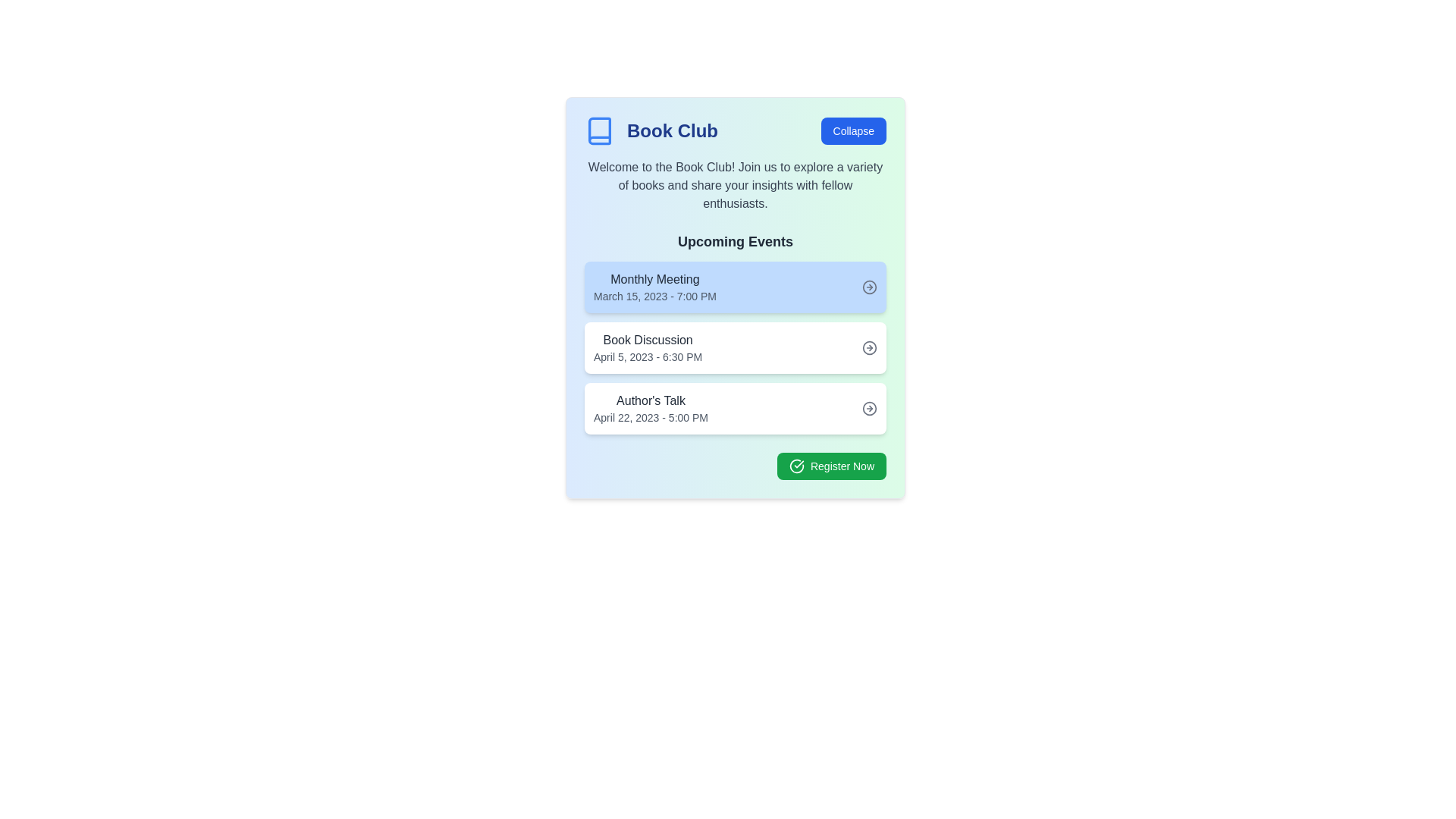 This screenshot has width=1456, height=819. What do you see at coordinates (796, 465) in the screenshot?
I see `the circular confirmation icon with a check mark inside, which is part of the 'Register Now' button located at the bottom-right of the interface` at bounding box center [796, 465].